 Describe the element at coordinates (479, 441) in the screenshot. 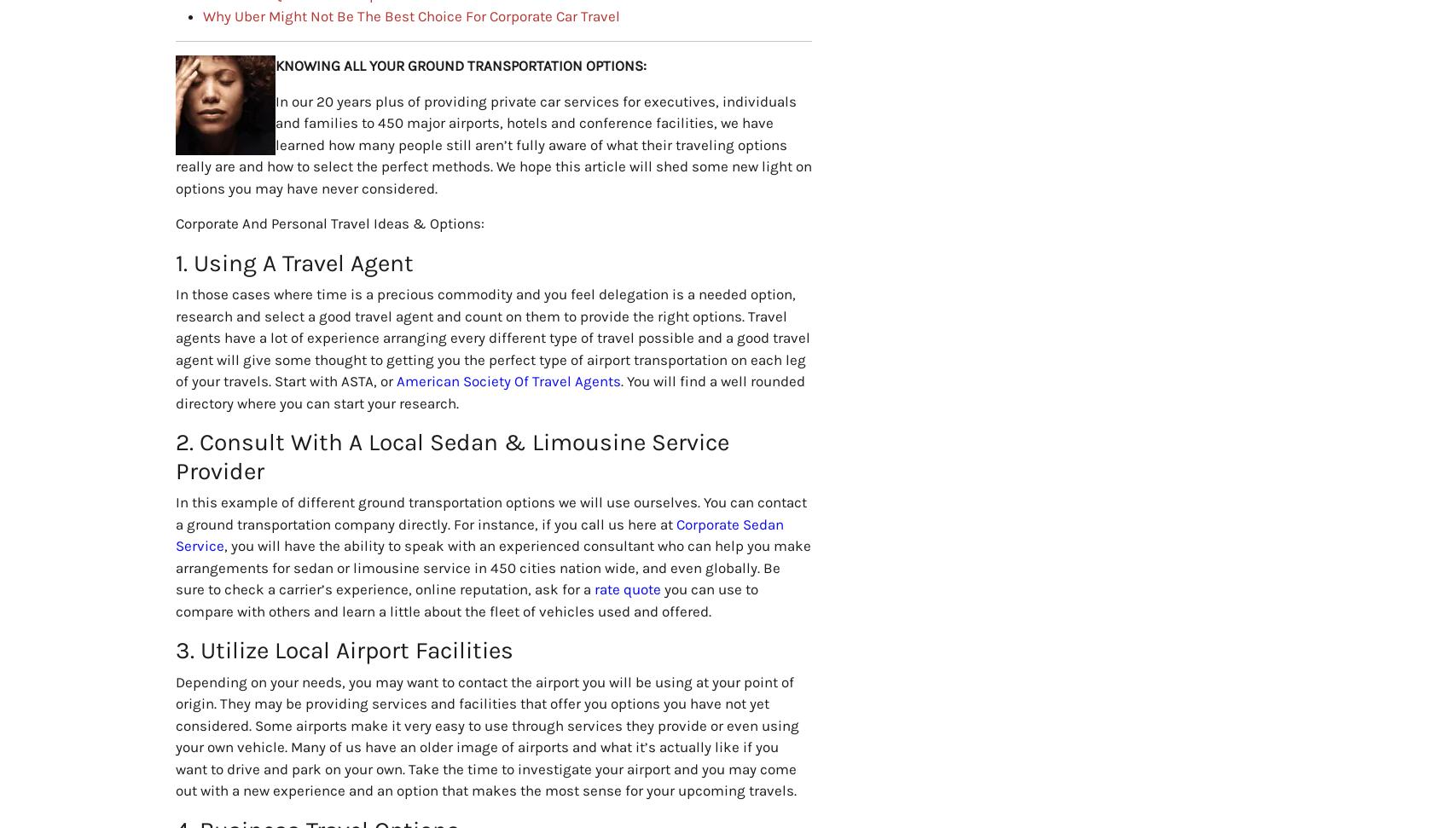

I see `'Links'` at that location.